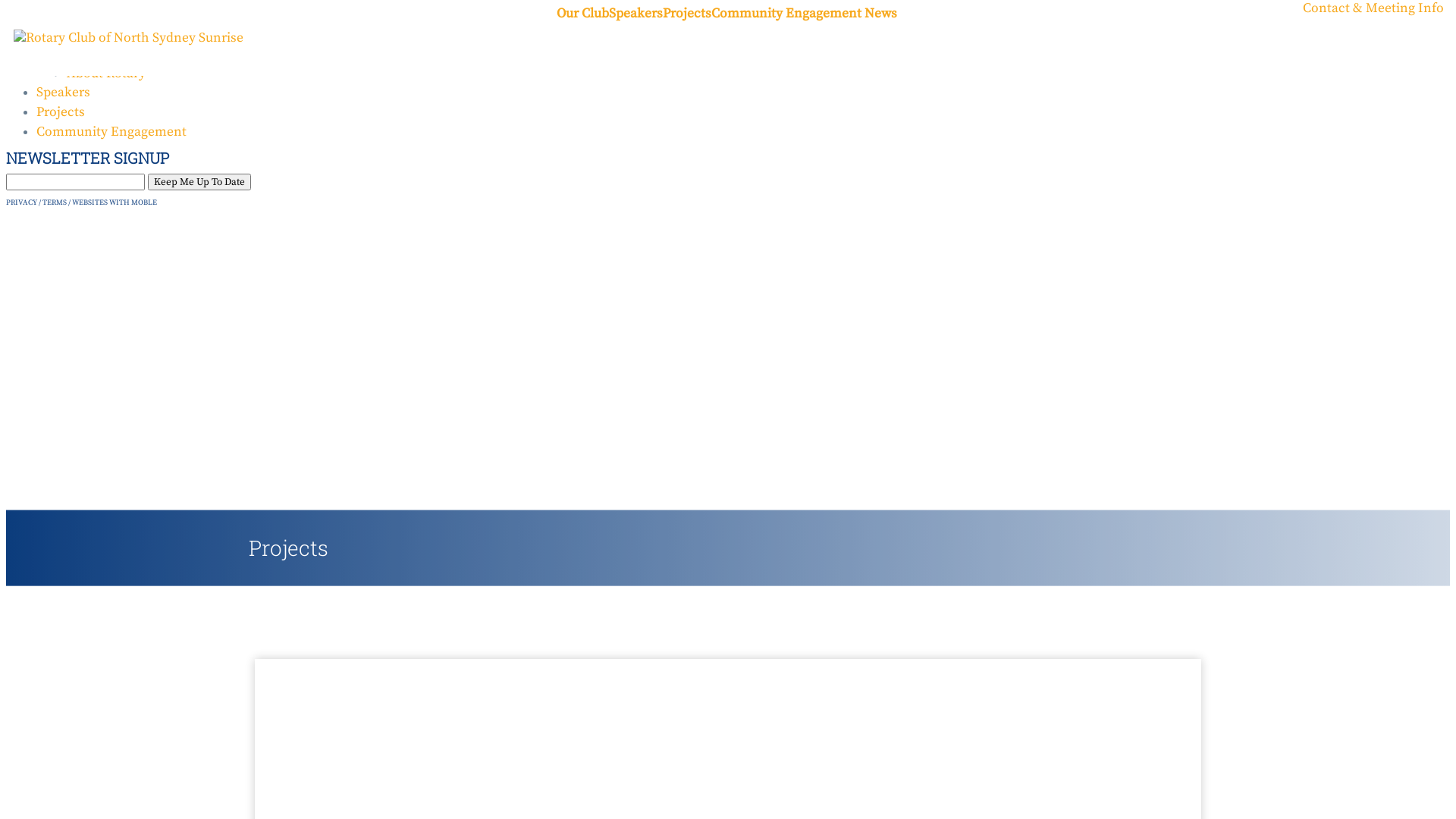  I want to click on 'Speakers', so click(36, 93).